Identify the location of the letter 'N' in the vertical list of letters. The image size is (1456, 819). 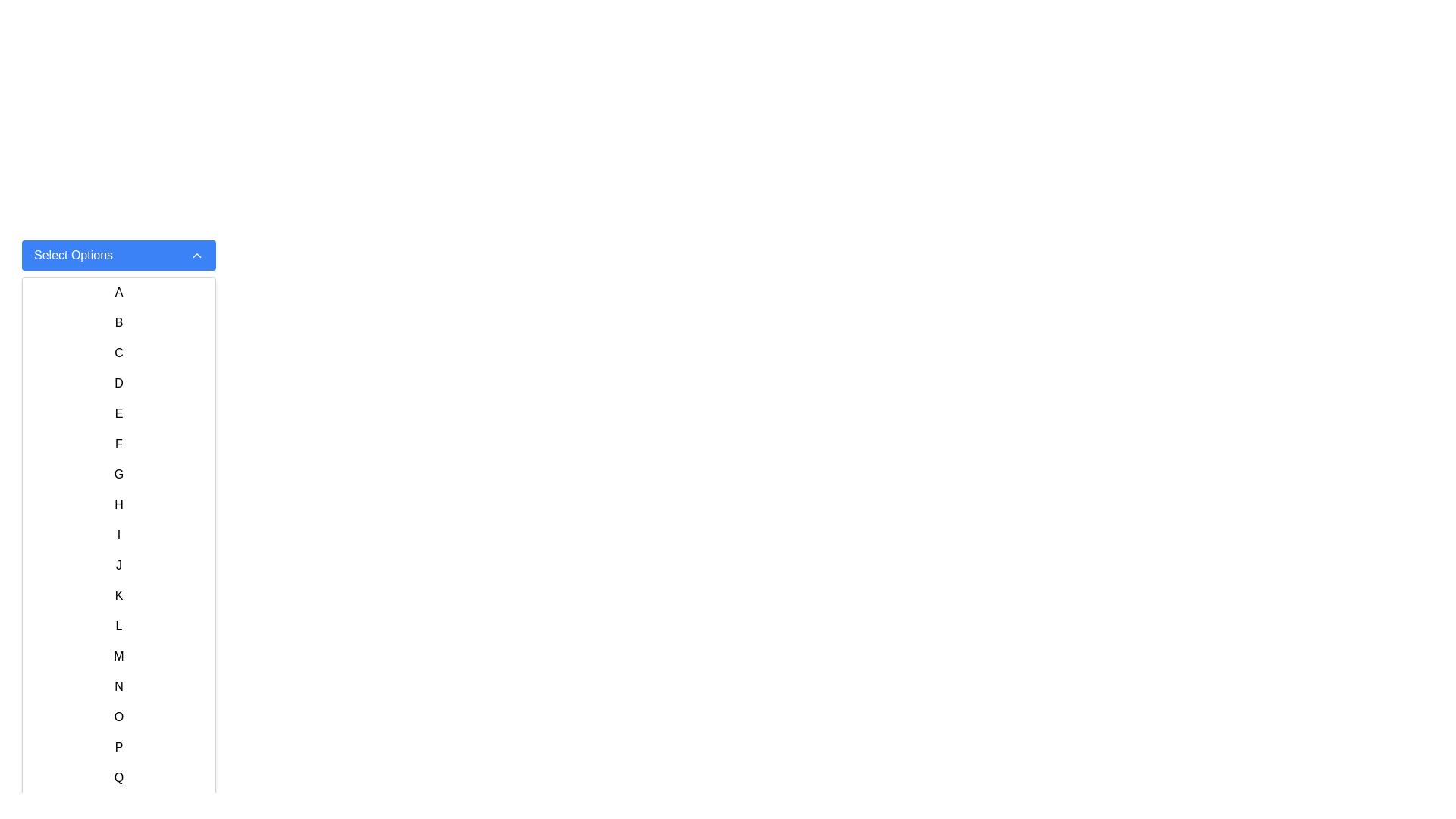
(118, 687).